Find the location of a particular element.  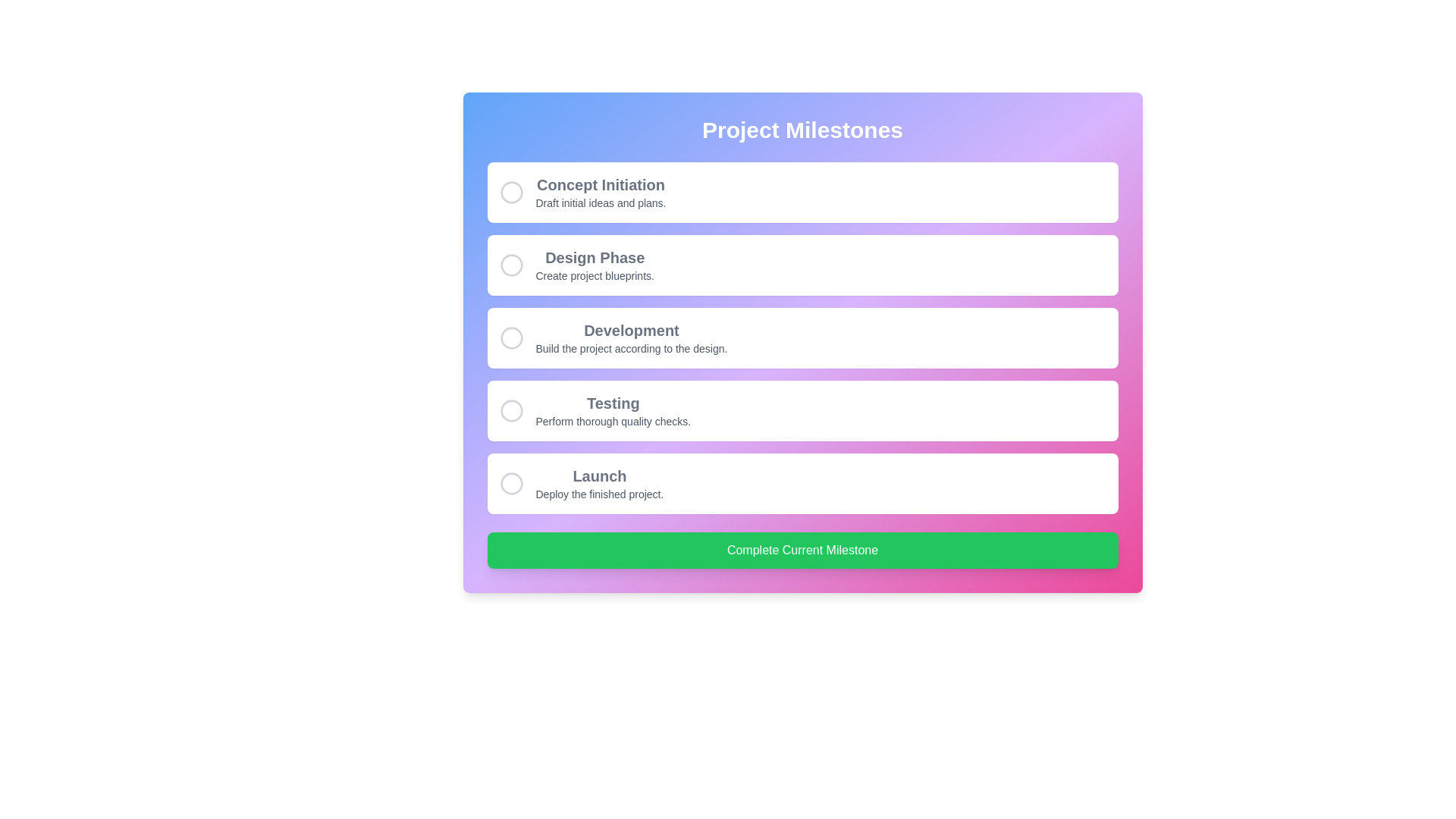

the radio button for the milestone 'Development' by clicking on it is located at coordinates (511, 337).